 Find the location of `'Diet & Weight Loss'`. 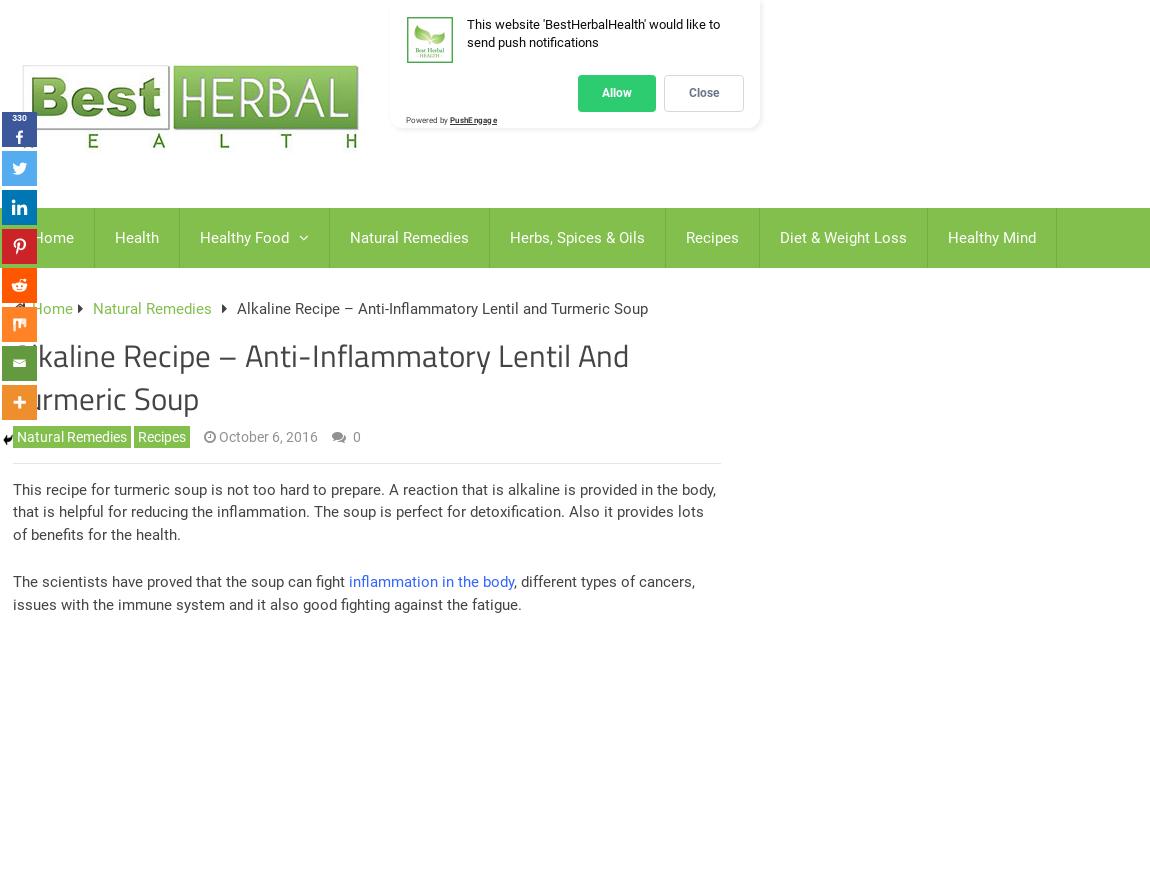

'Diet & Weight Loss' is located at coordinates (842, 237).